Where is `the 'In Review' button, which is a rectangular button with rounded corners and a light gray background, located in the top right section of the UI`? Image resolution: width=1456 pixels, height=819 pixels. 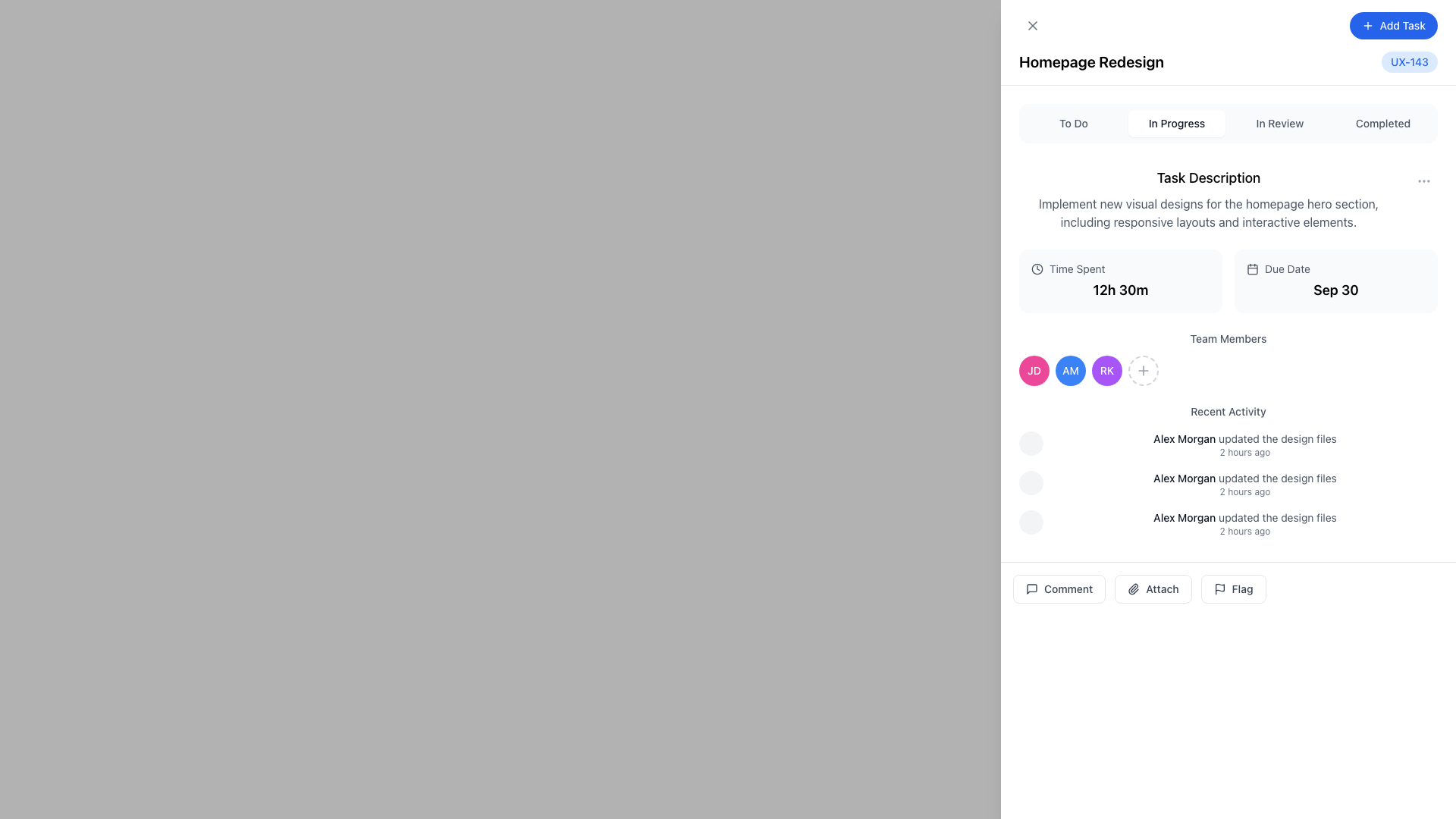 the 'In Review' button, which is a rectangular button with rounded corners and a light gray background, located in the top right section of the UI is located at coordinates (1279, 122).